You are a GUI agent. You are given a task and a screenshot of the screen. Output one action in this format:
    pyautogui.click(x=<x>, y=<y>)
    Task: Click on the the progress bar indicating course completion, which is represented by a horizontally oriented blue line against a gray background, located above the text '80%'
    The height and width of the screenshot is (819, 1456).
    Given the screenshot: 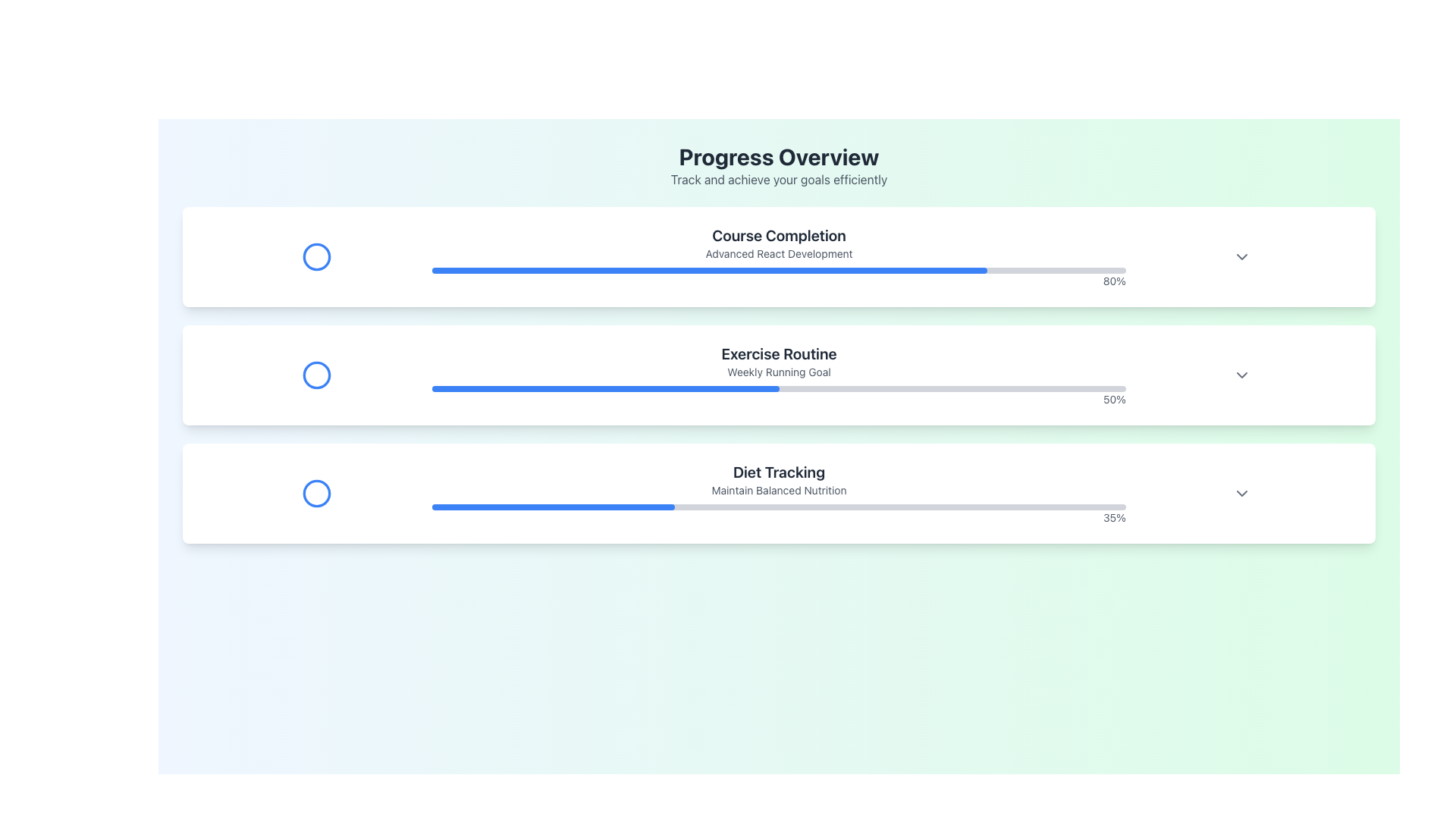 What is the action you would take?
    pyautogui.click(x=779, y=270)
    